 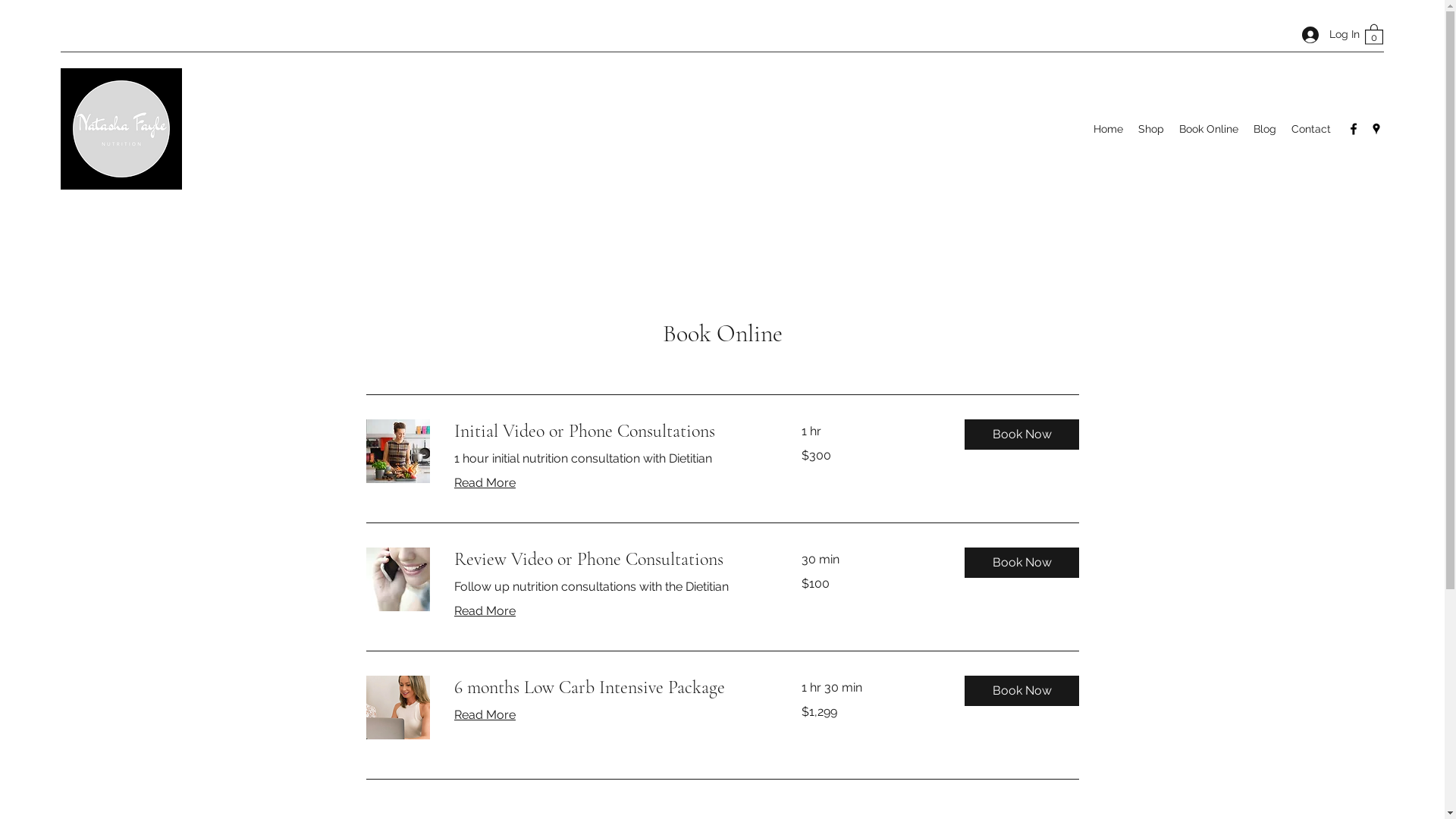 I want to click on '0', so click(x=1373, y=33).